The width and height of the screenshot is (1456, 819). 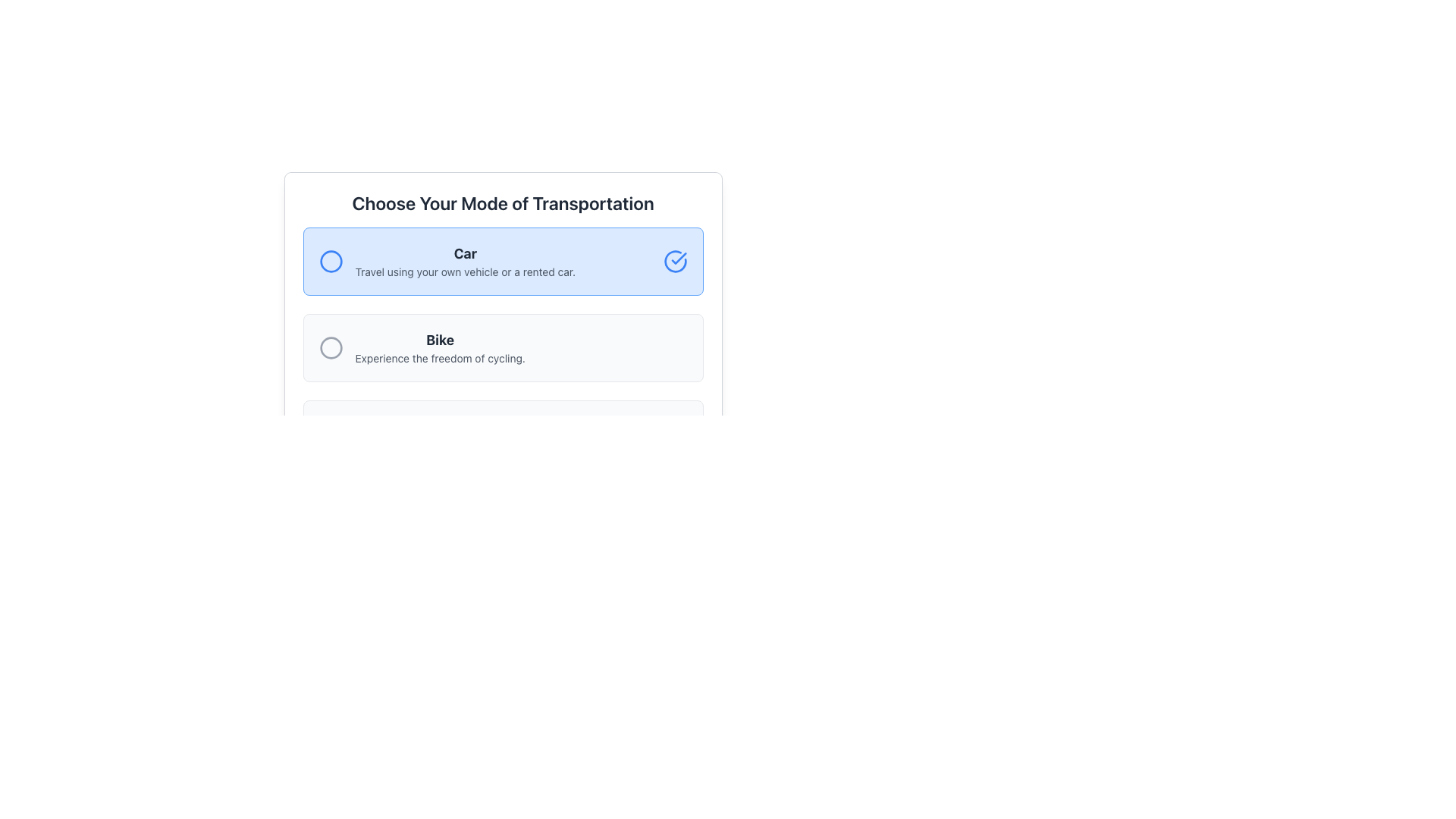 What do you see at coordinates (439, 359) in the screenshot?
I see `the static text that provides additional information about the selection choice labeled 'Bike', located beneath the 'Bike' text and next to a circular radio button` at bounding box center [439, 359].